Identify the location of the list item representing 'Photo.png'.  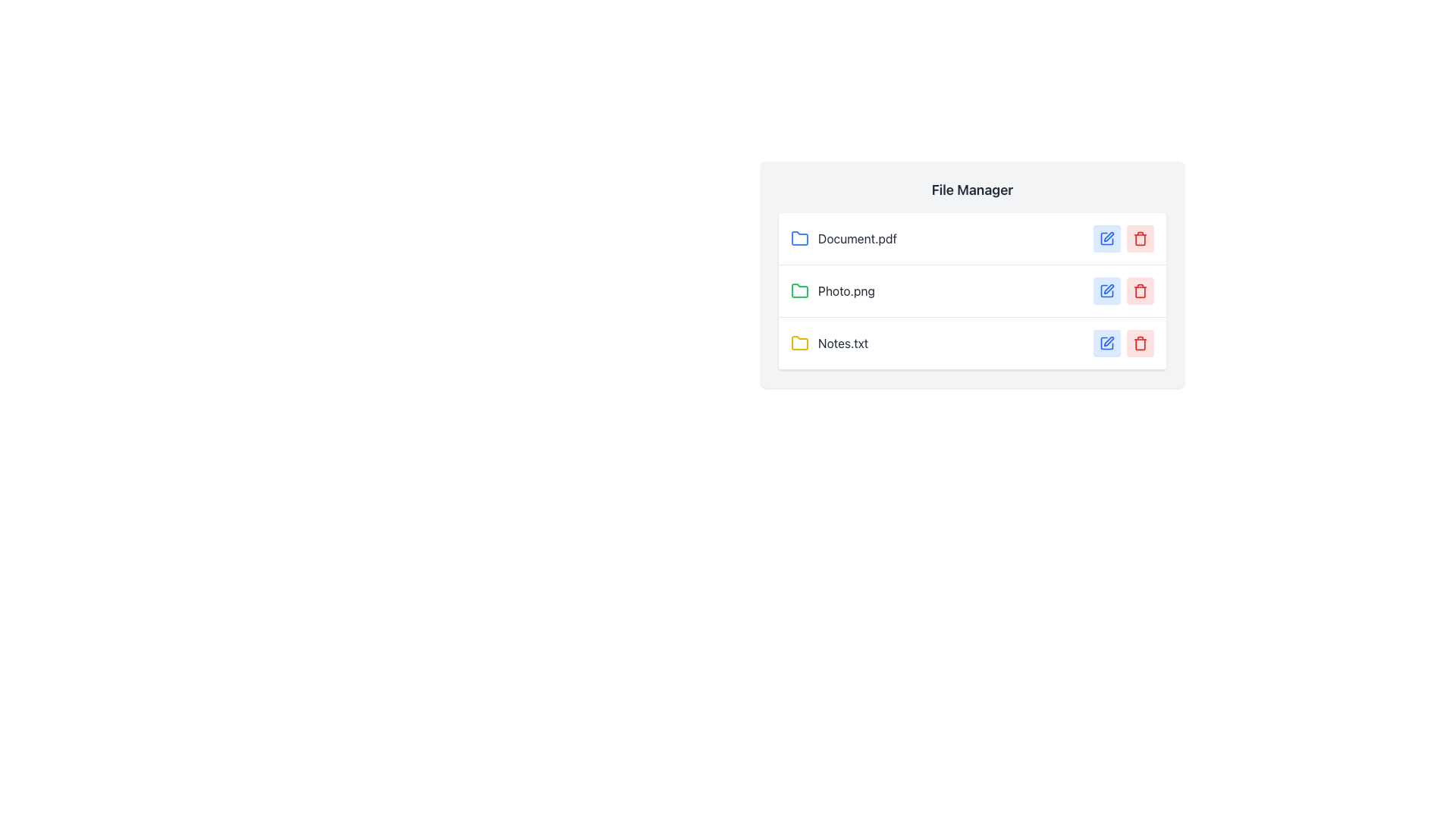
(972, 291).